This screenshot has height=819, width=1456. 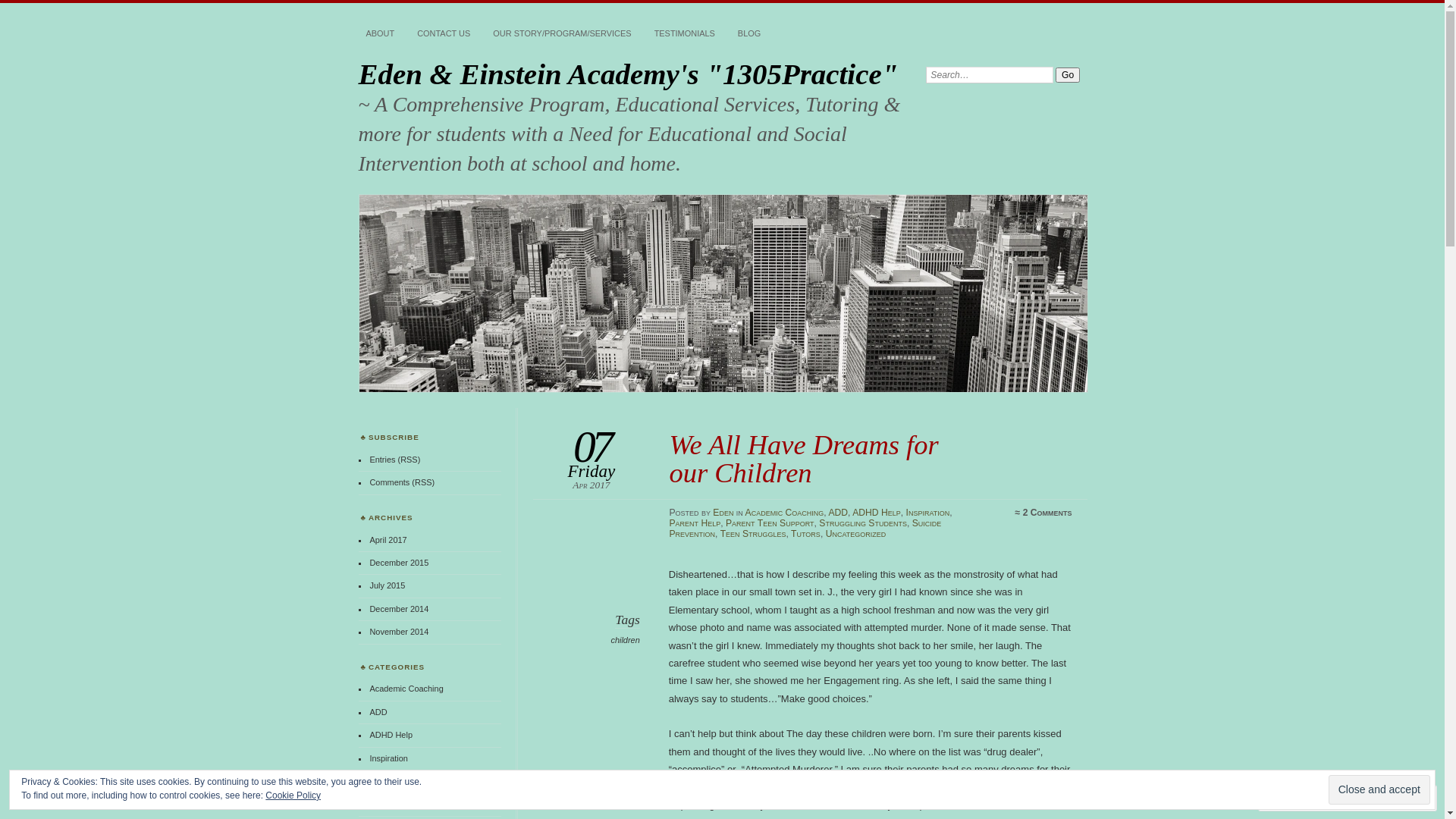 I want to click on 'Parent Help', so click(x=694, y=522).